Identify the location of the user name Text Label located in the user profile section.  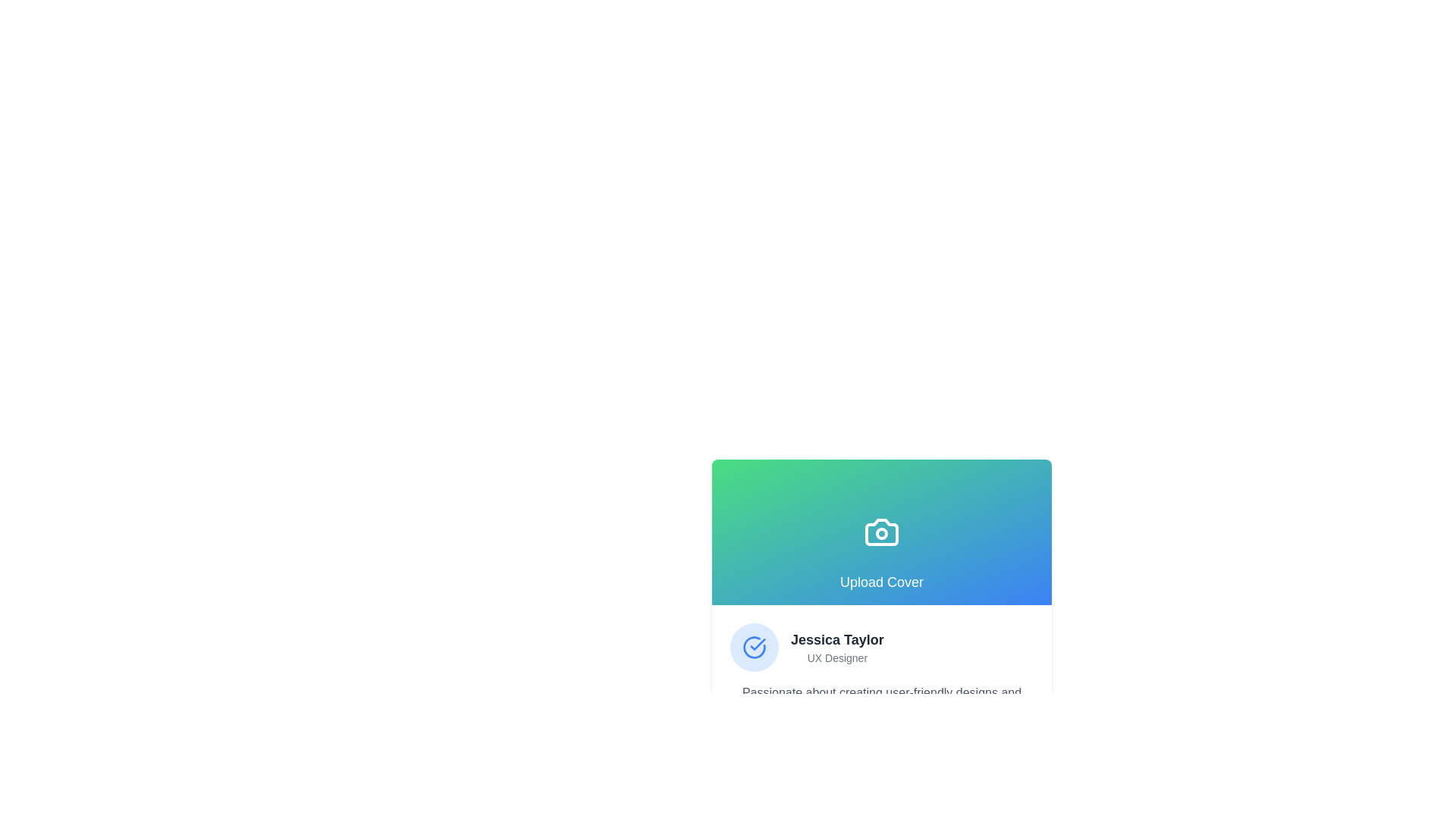
(836, 640).